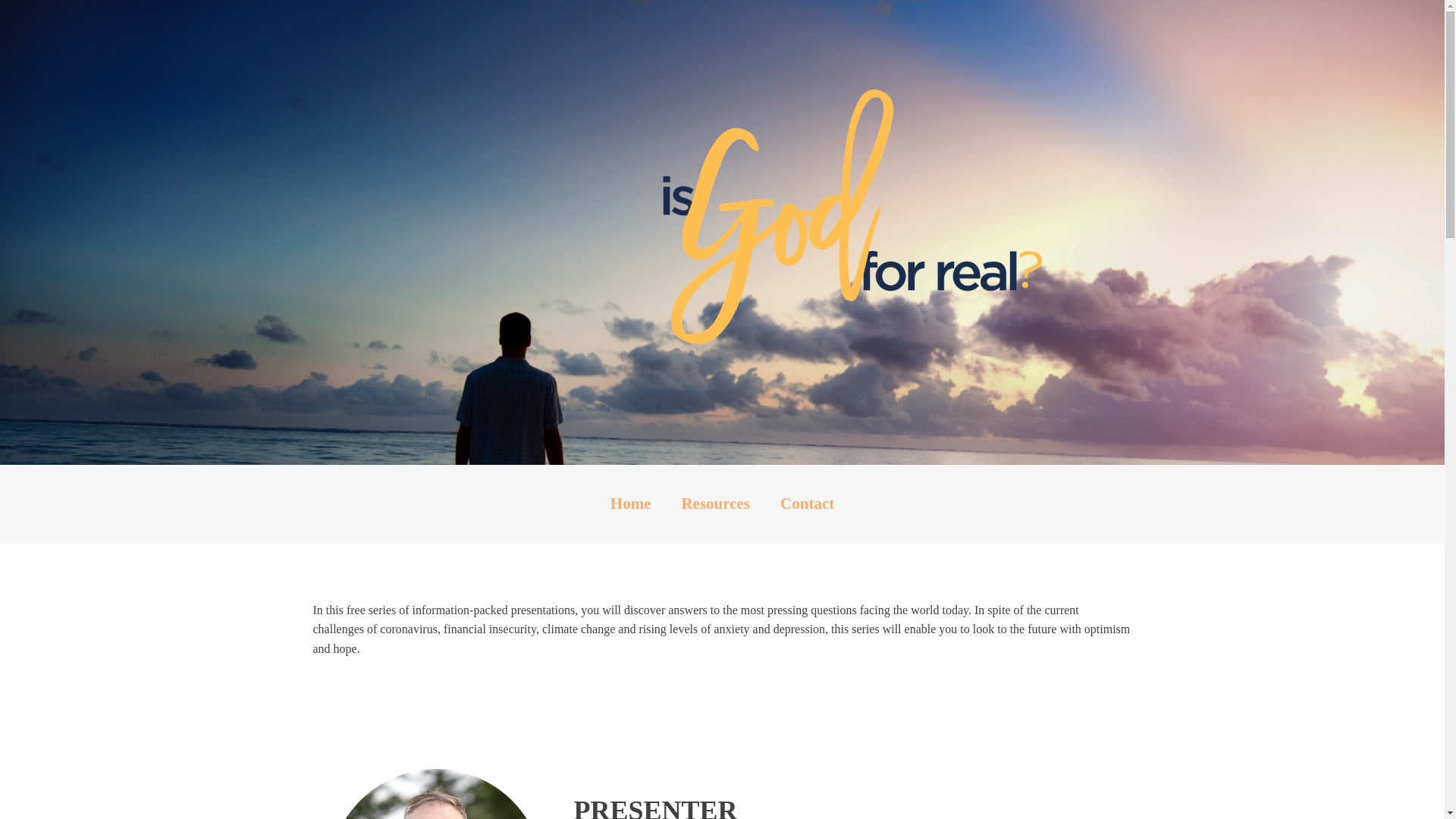 The height and width of the screenshot is (819, 1456). I want to click on 'Resources', so click(714, 504).